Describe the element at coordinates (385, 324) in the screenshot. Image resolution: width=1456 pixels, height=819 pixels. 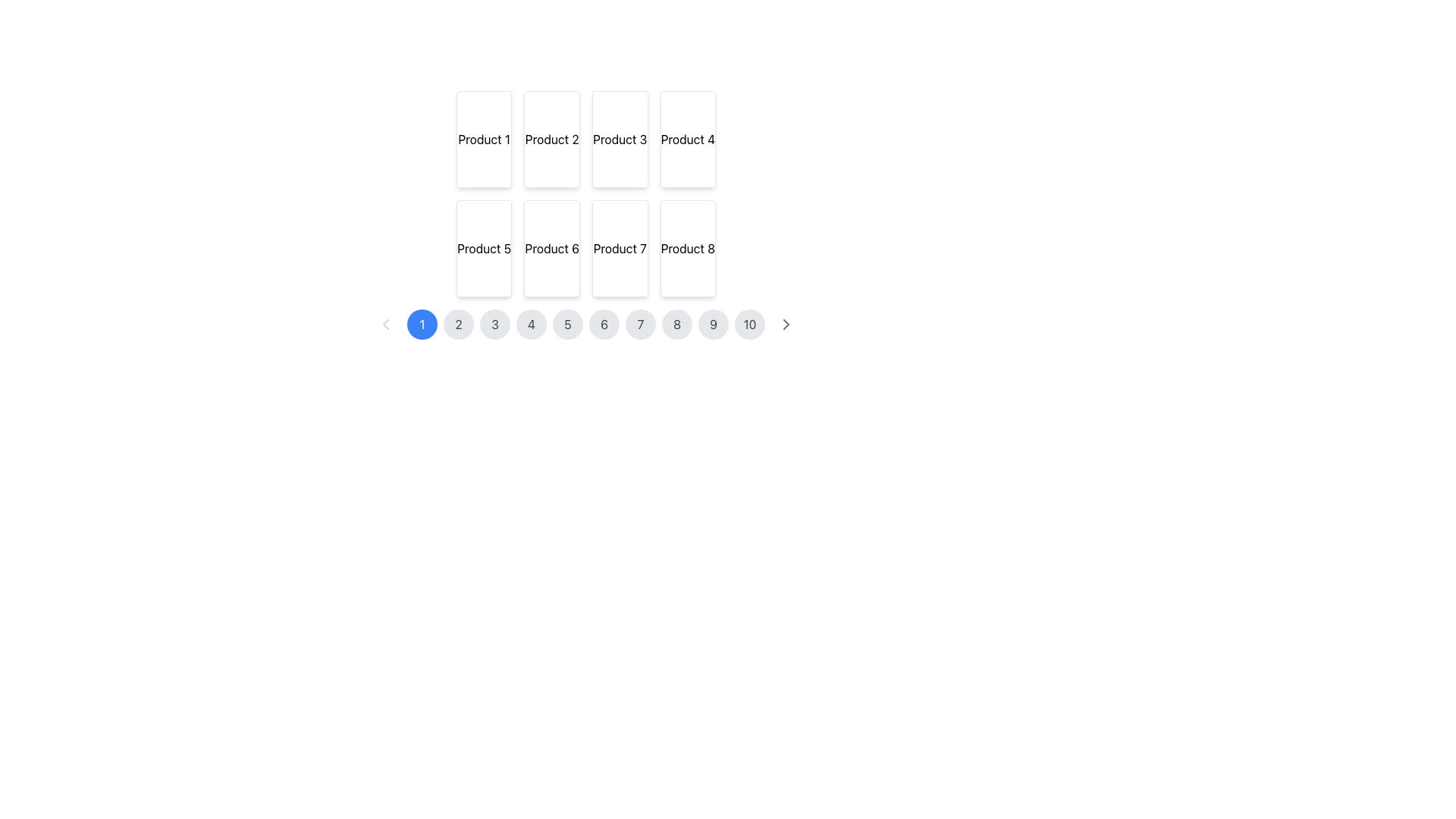
I see `the navigation button with a chevron on the left side of the pagination area` at that location.